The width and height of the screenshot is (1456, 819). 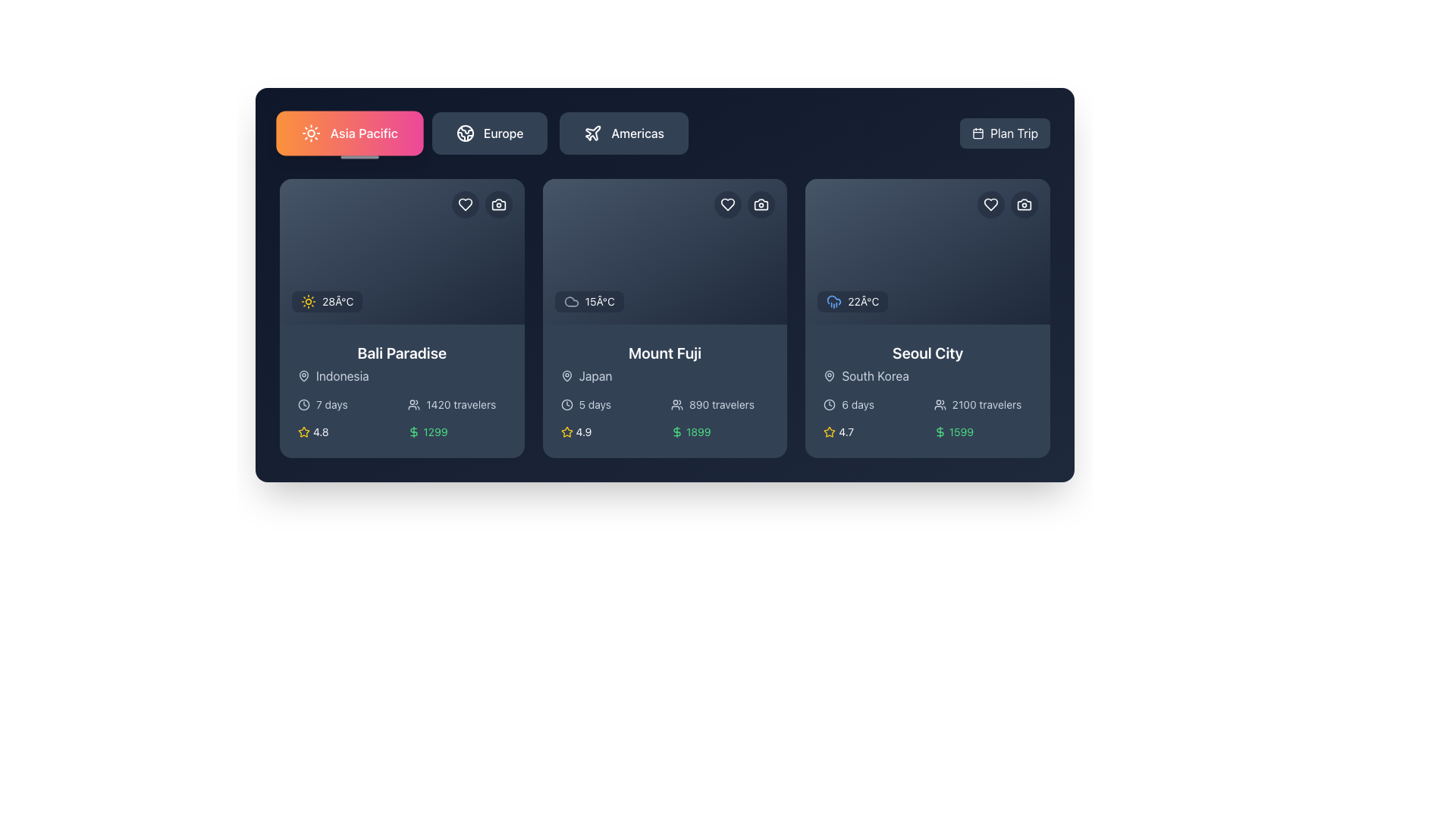 I want to click on the clock icon located to the left of the text '6 days' within the card for 'Seoul City.', so click(x=829, y=403).